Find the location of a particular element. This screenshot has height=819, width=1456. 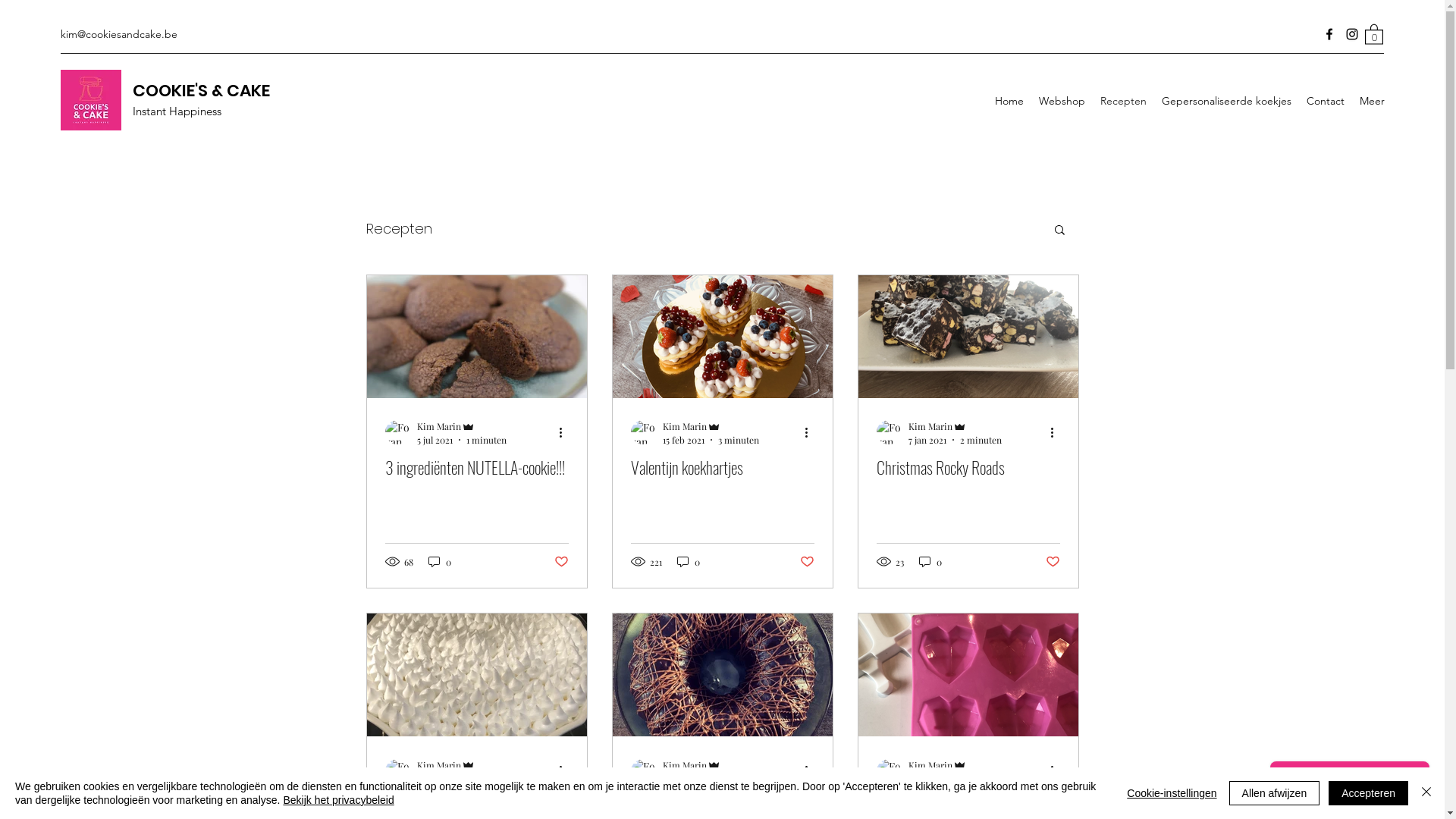

'Contact' is located at coordinates (1324, 100).